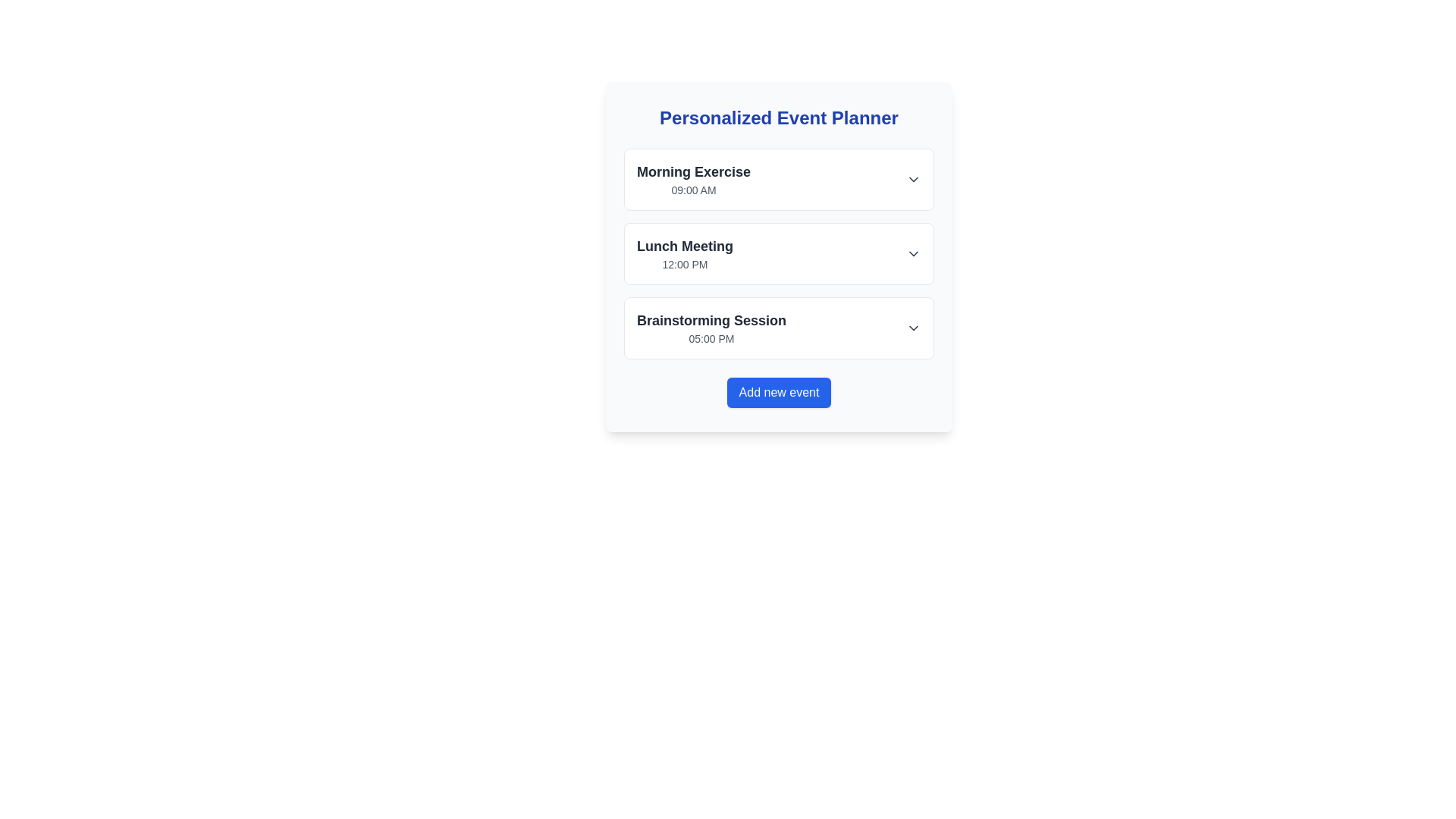 The height and width of the screenshot is (819, 1456). I want to click on the downward-pointing chevron icon styled in gray, located in the lower-right corner, so click(912, 327).